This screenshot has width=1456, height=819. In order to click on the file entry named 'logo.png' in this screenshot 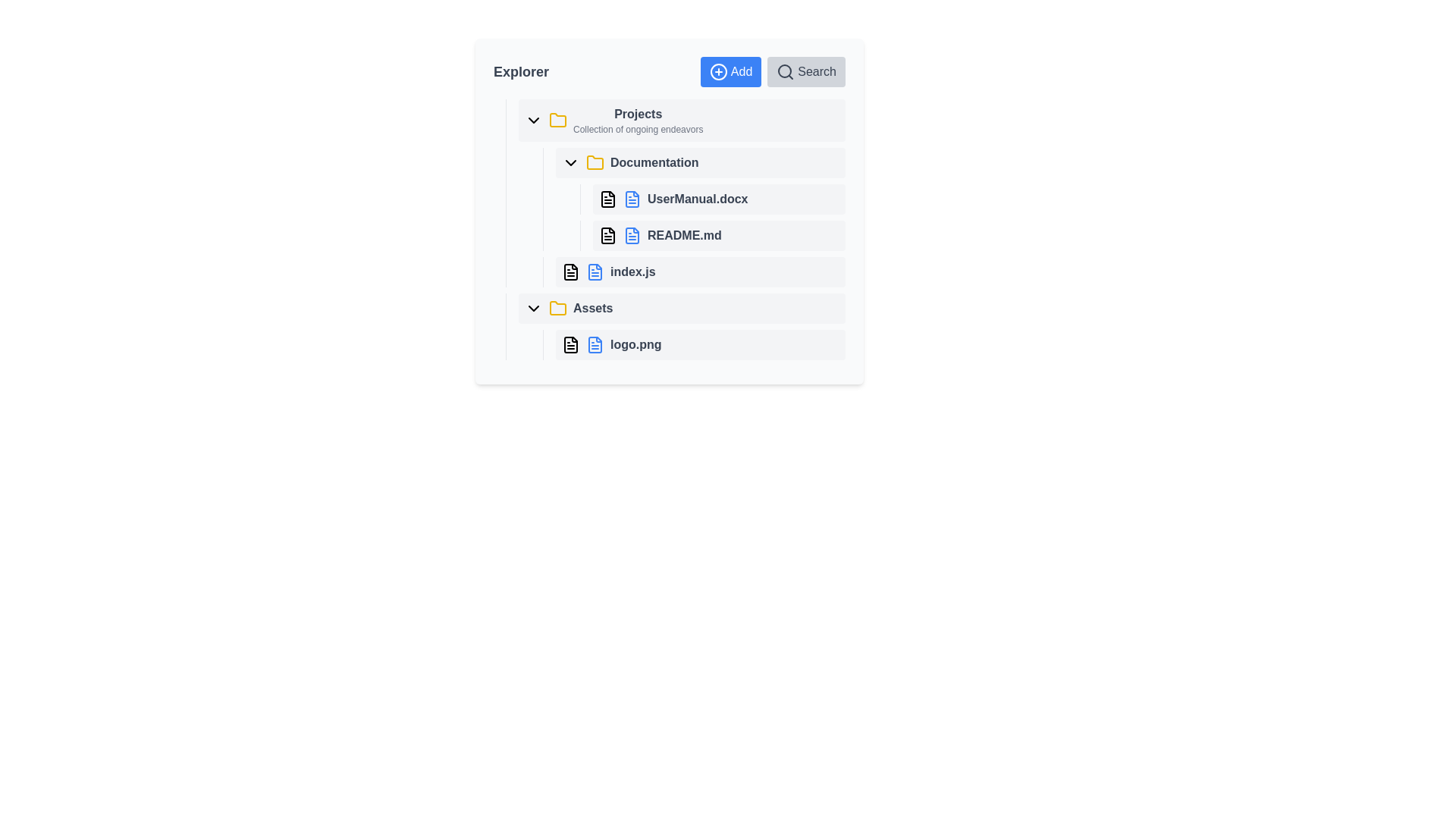, I will do `click(675, 326)`.